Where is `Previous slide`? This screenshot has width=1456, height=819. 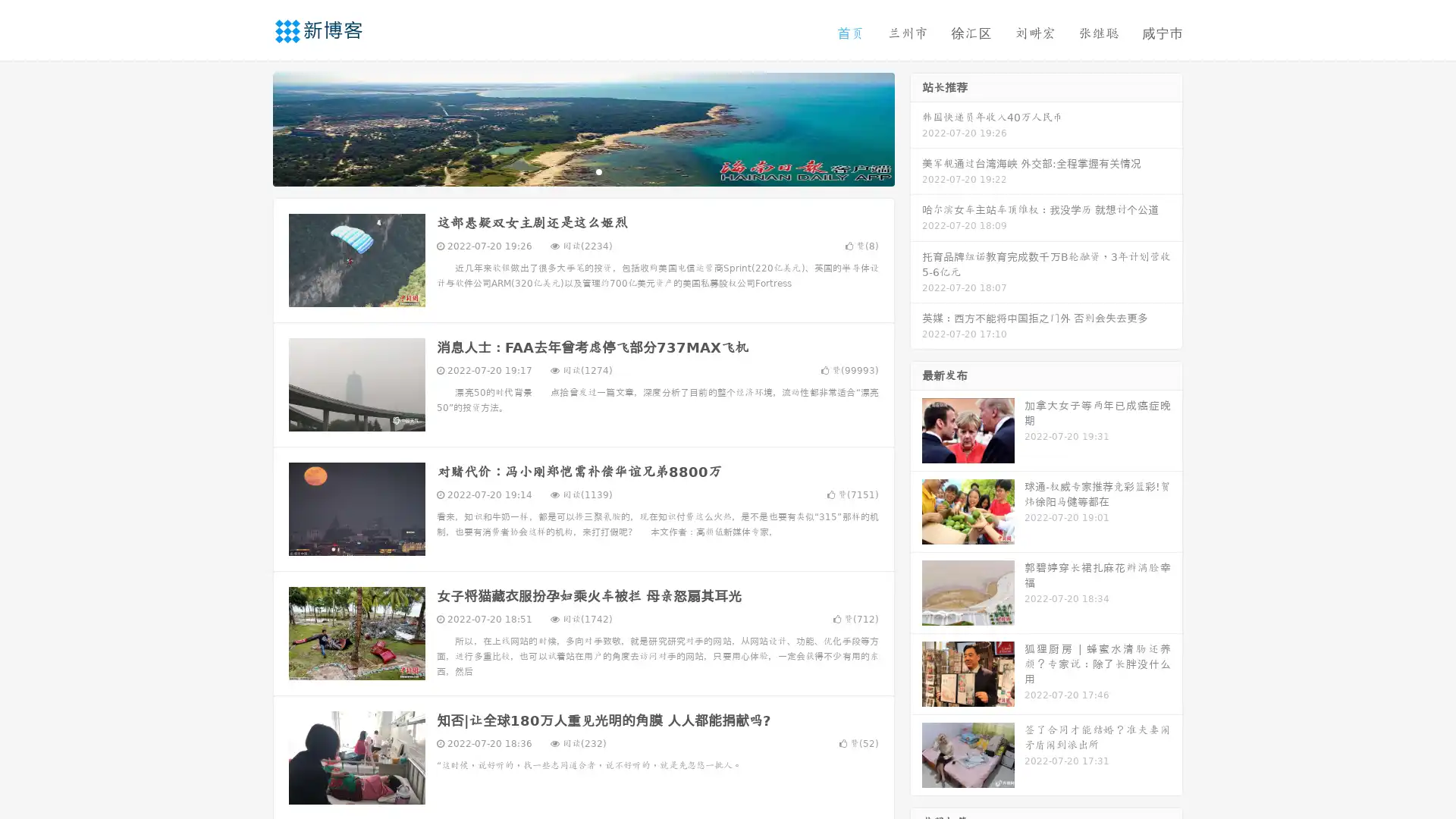 Previous slide is located at coordinates (250, 127).